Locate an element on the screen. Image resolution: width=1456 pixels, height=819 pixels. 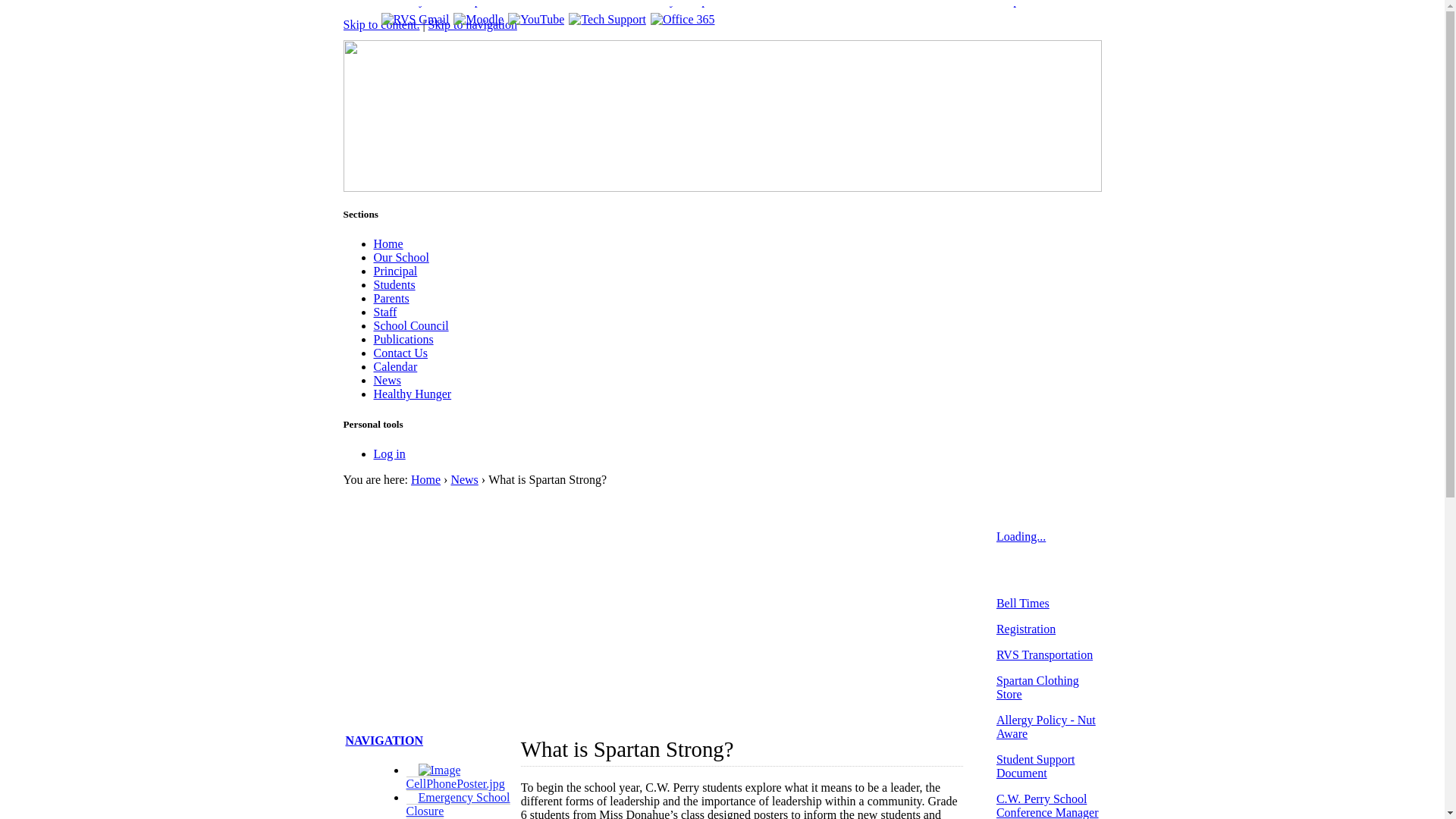
'Skip to navigation' is located at coordinates (472, 24).